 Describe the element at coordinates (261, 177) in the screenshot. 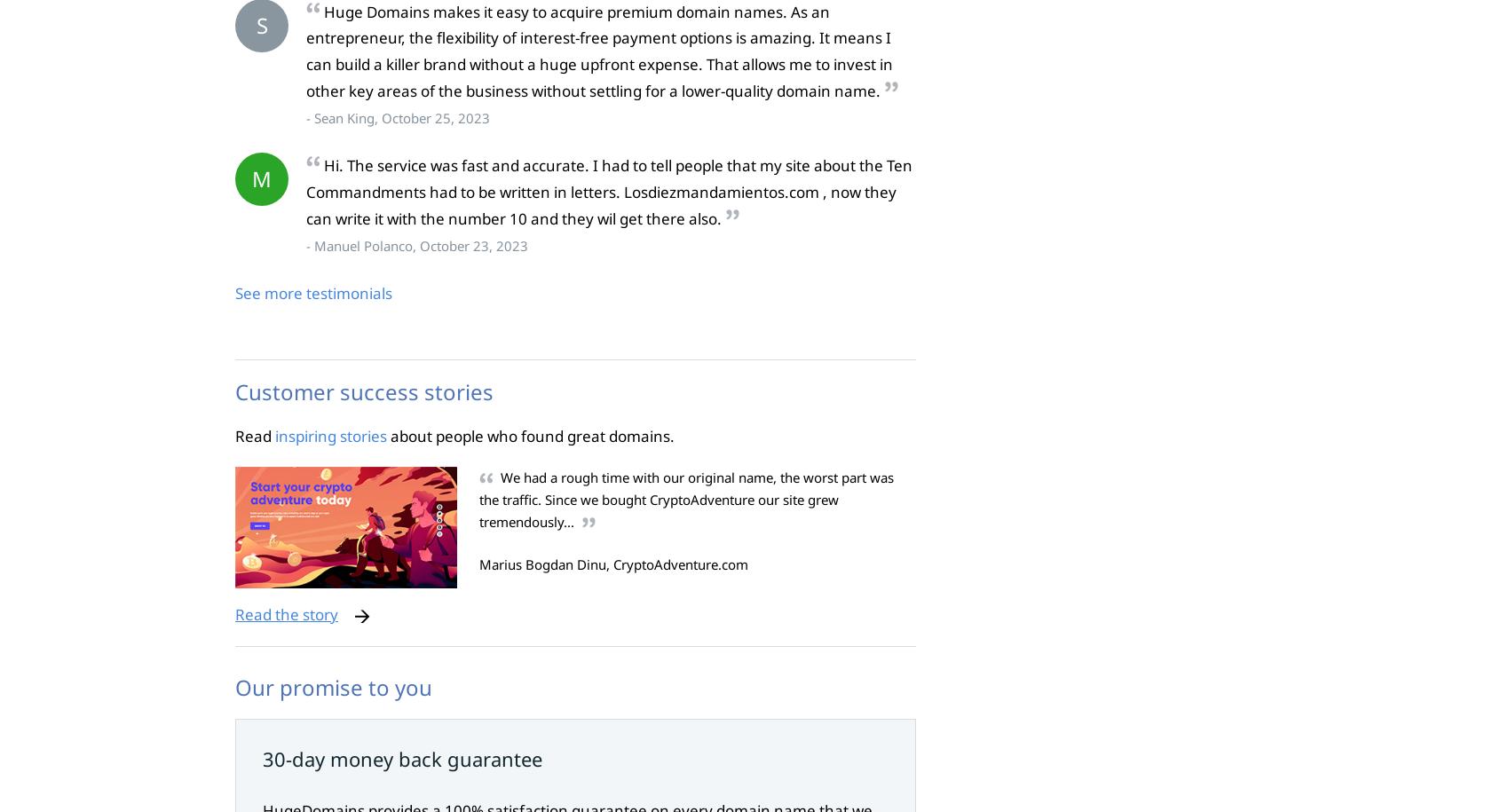

I see `'M'` at that location.